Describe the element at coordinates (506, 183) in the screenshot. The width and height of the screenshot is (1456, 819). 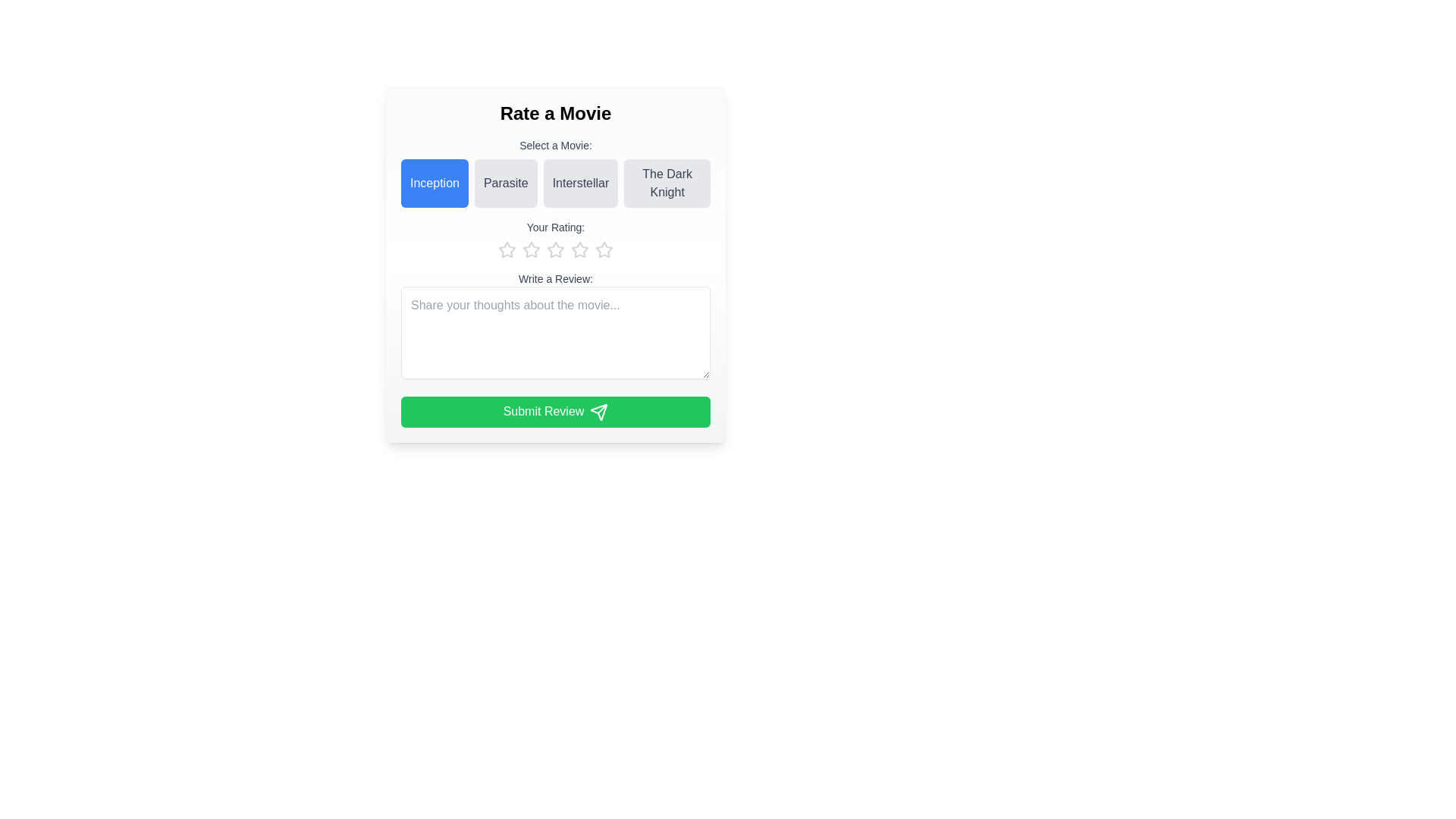
I see `the 'Parasite' button with a light gray background and medium gray text` at that location.